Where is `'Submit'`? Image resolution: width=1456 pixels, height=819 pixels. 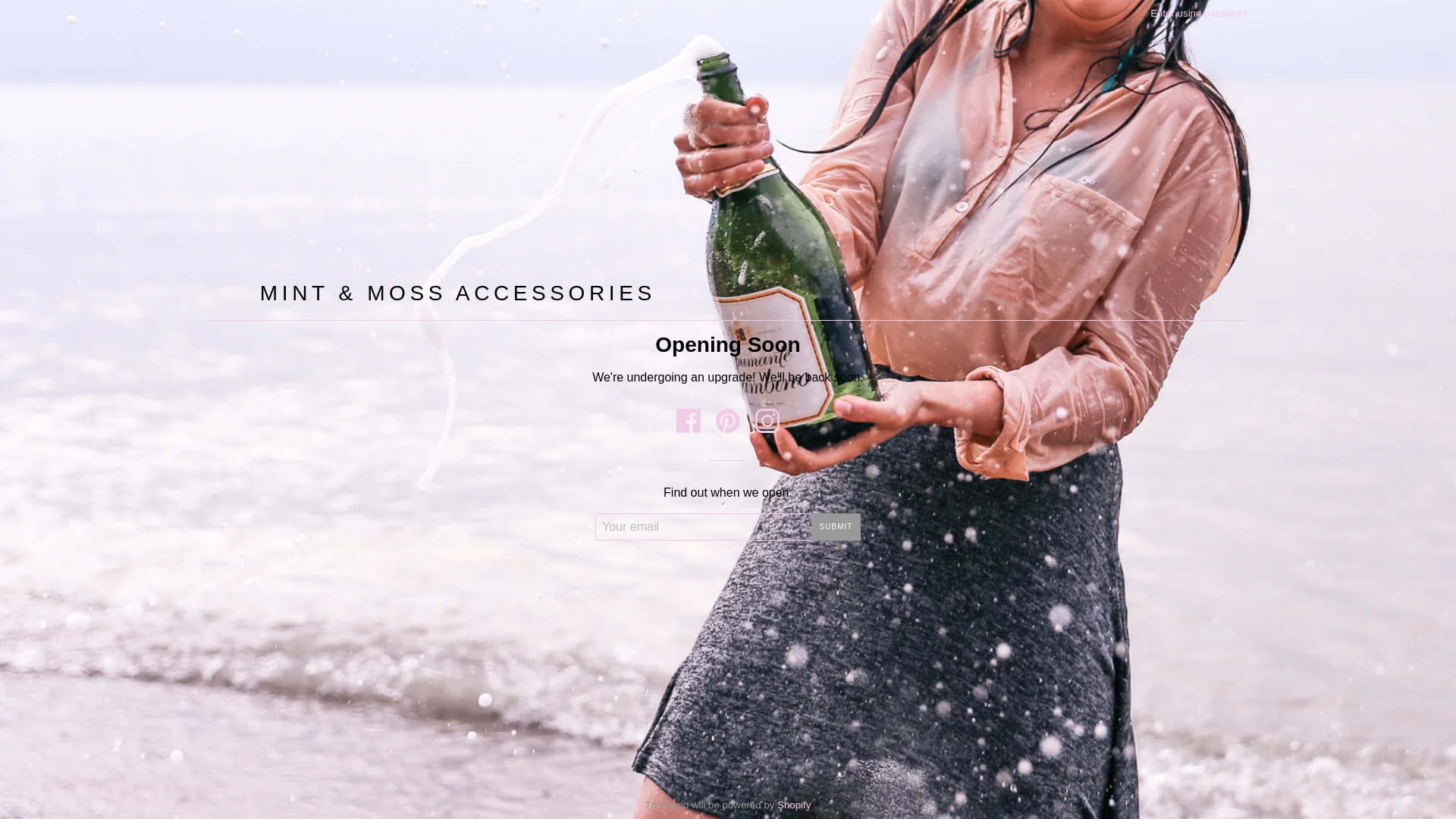
'Submit' is located at coordinates (835, 526).